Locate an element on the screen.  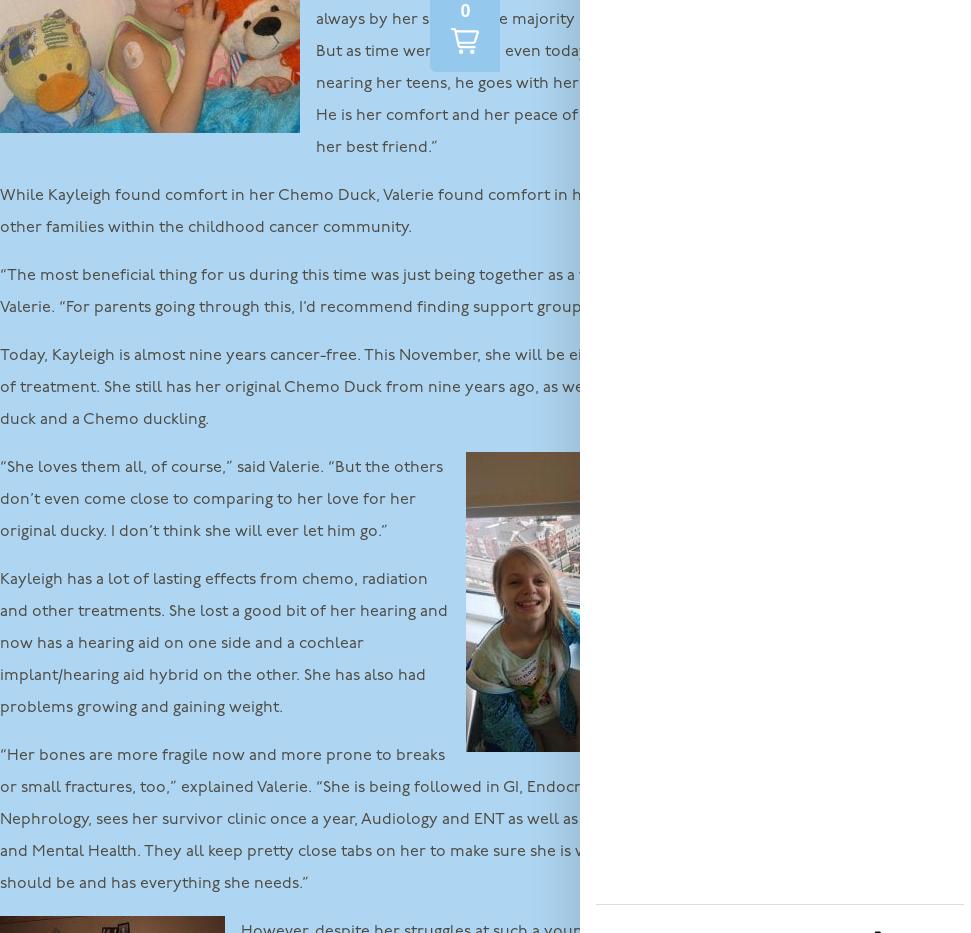
'January 2015' is located at coordinates (776, 457).